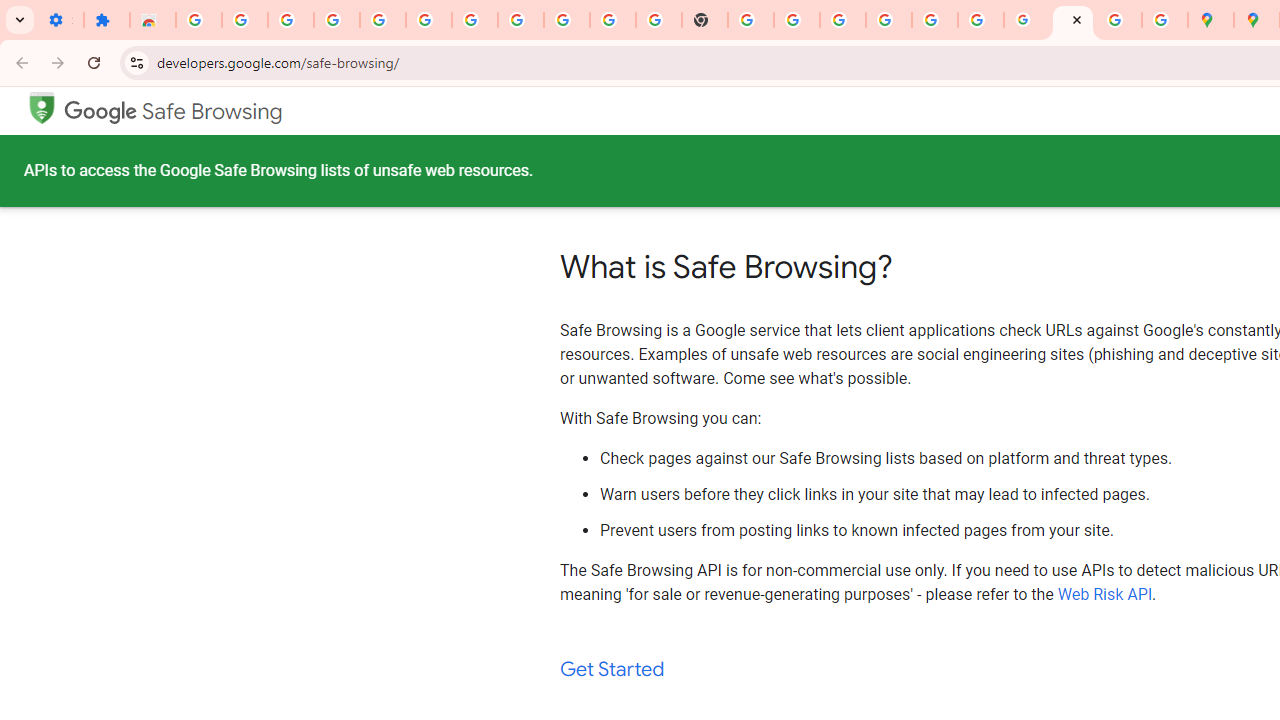  I want to click on 'https://scholar.google.com/', so click(750, 20).